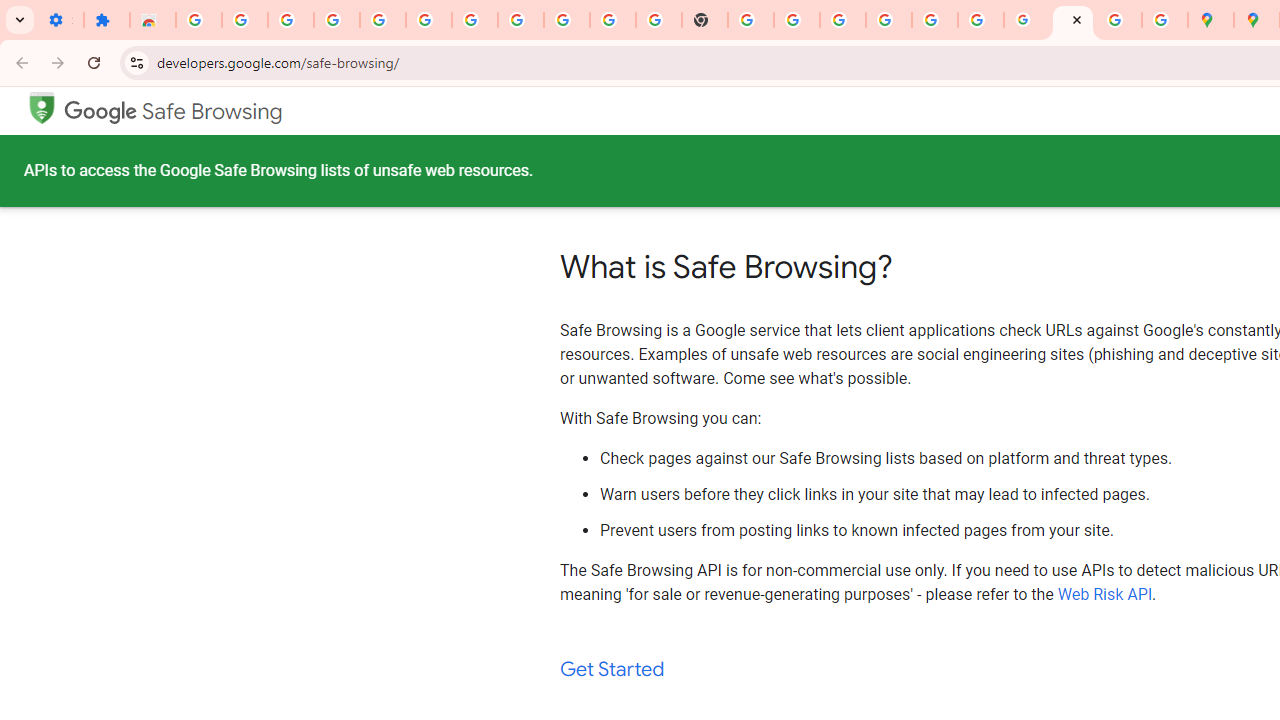  I want to click on 'https://scholar.google.com/', so click(750, 20).